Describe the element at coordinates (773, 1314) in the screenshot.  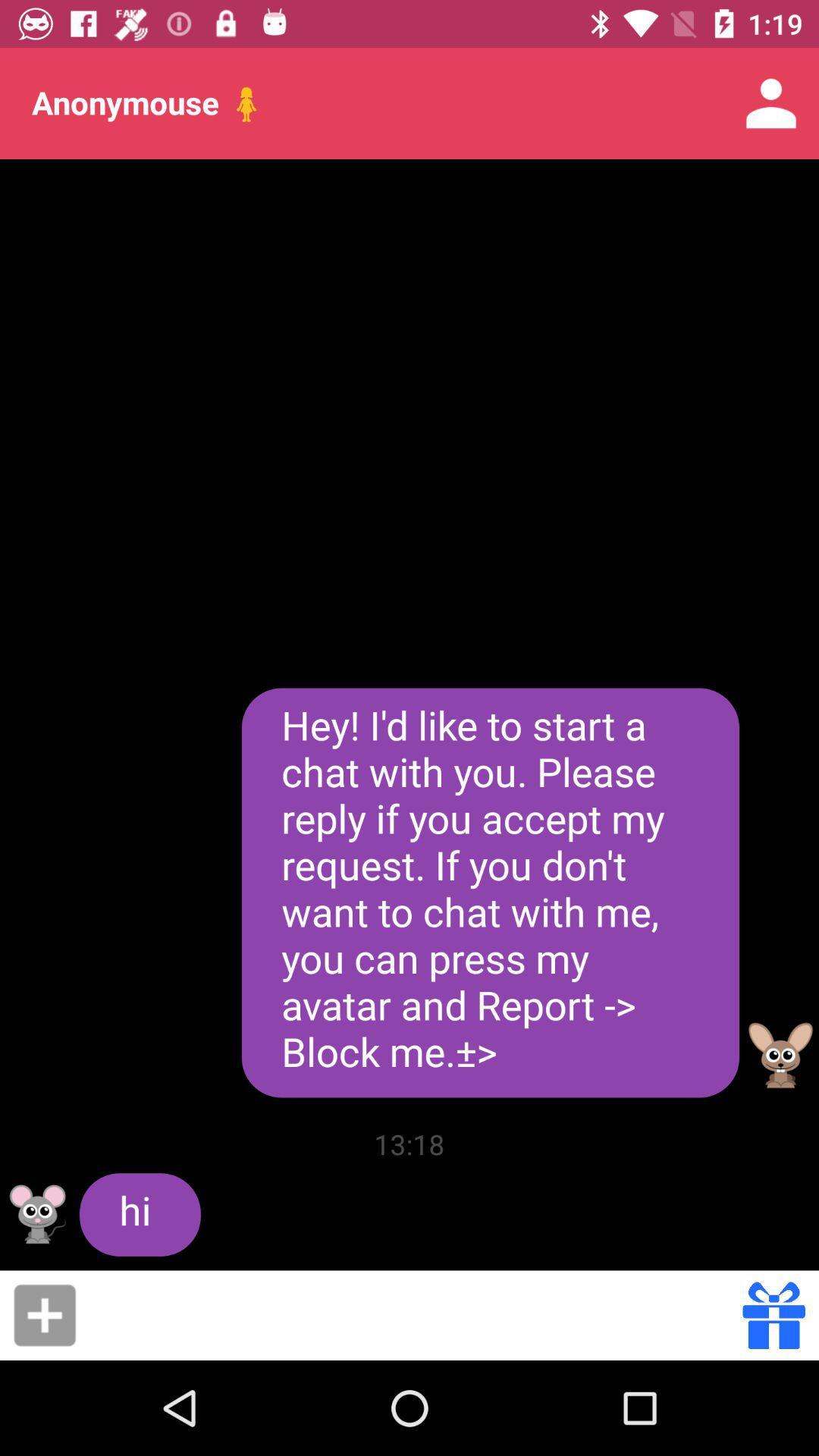
I see `the item below hey i d item` at that location.